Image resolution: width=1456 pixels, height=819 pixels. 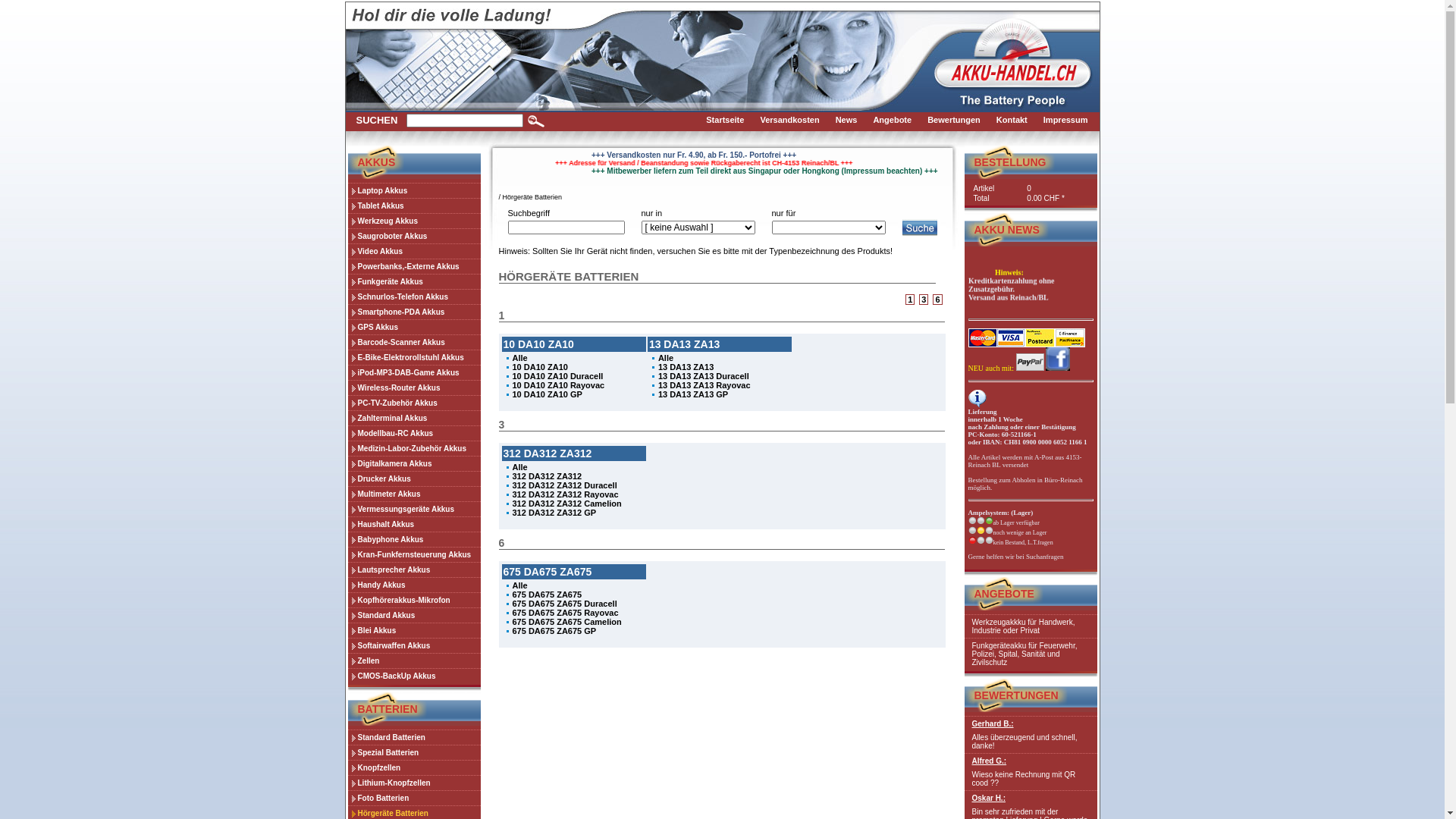 I want to click on 'Standard Batterien', so click(x=413, y=736).